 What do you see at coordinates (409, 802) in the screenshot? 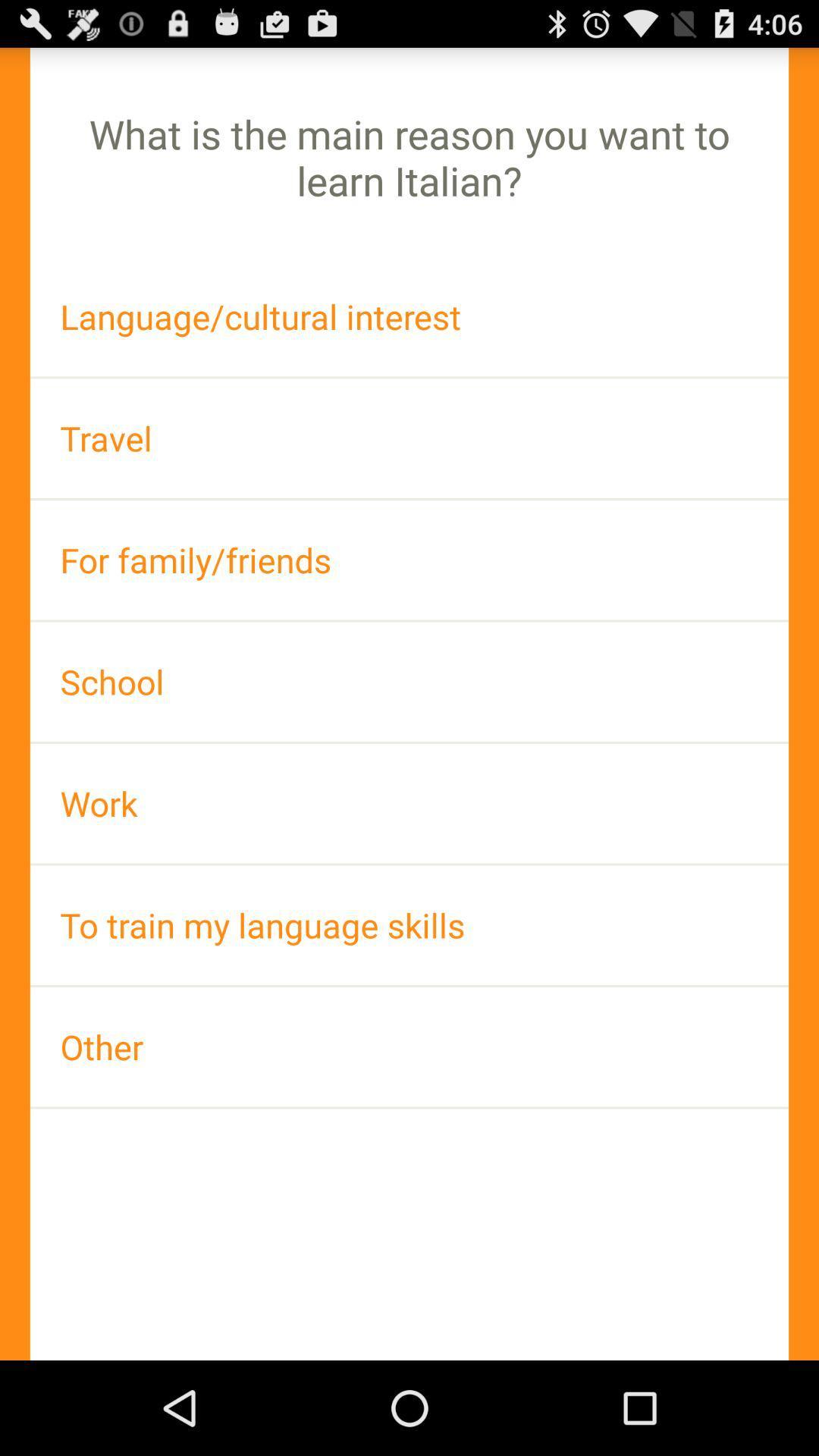
I see `work app` at bounding box center [409, 802].